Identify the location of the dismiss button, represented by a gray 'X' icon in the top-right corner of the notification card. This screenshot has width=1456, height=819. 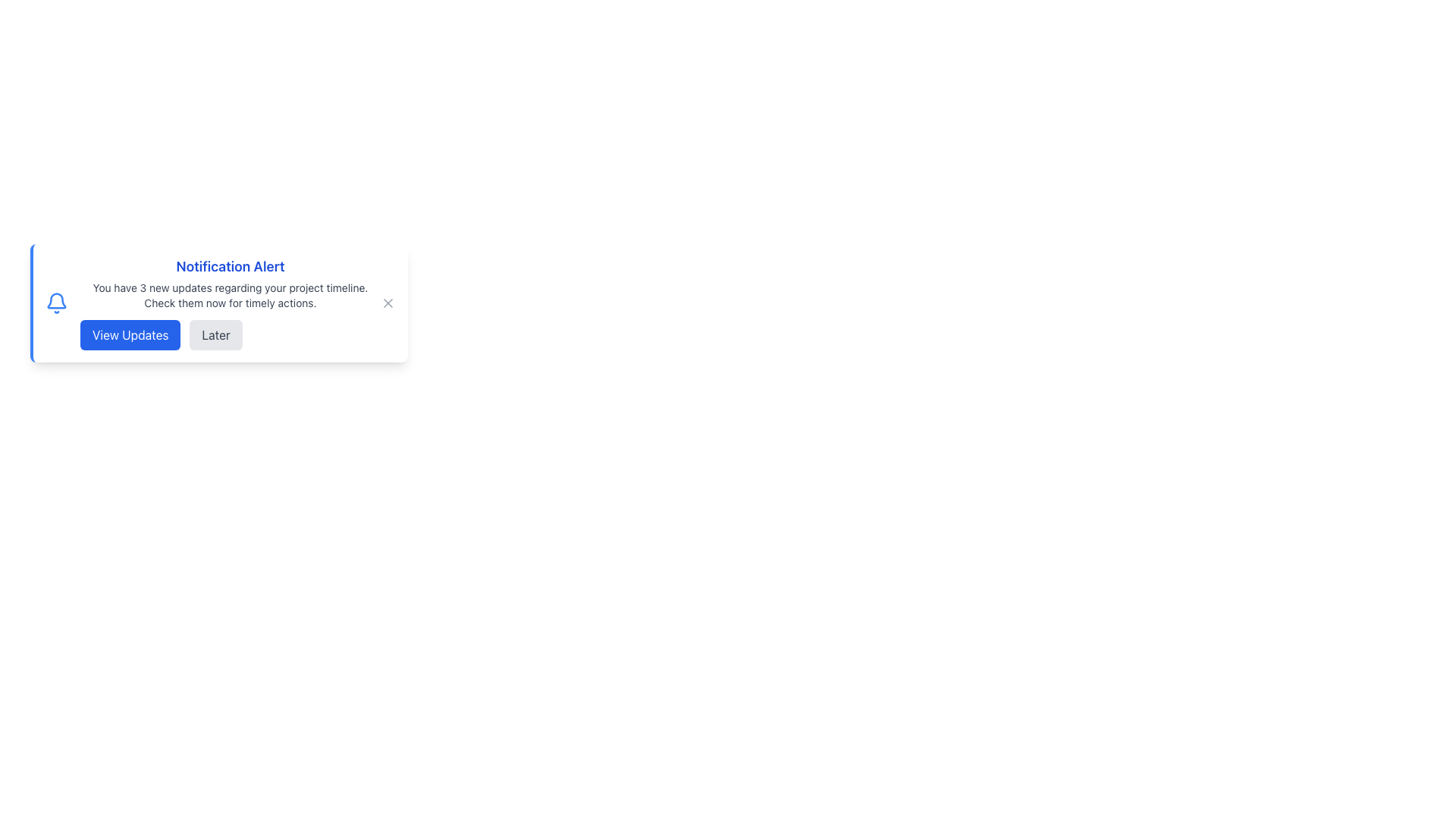
(388, 303).